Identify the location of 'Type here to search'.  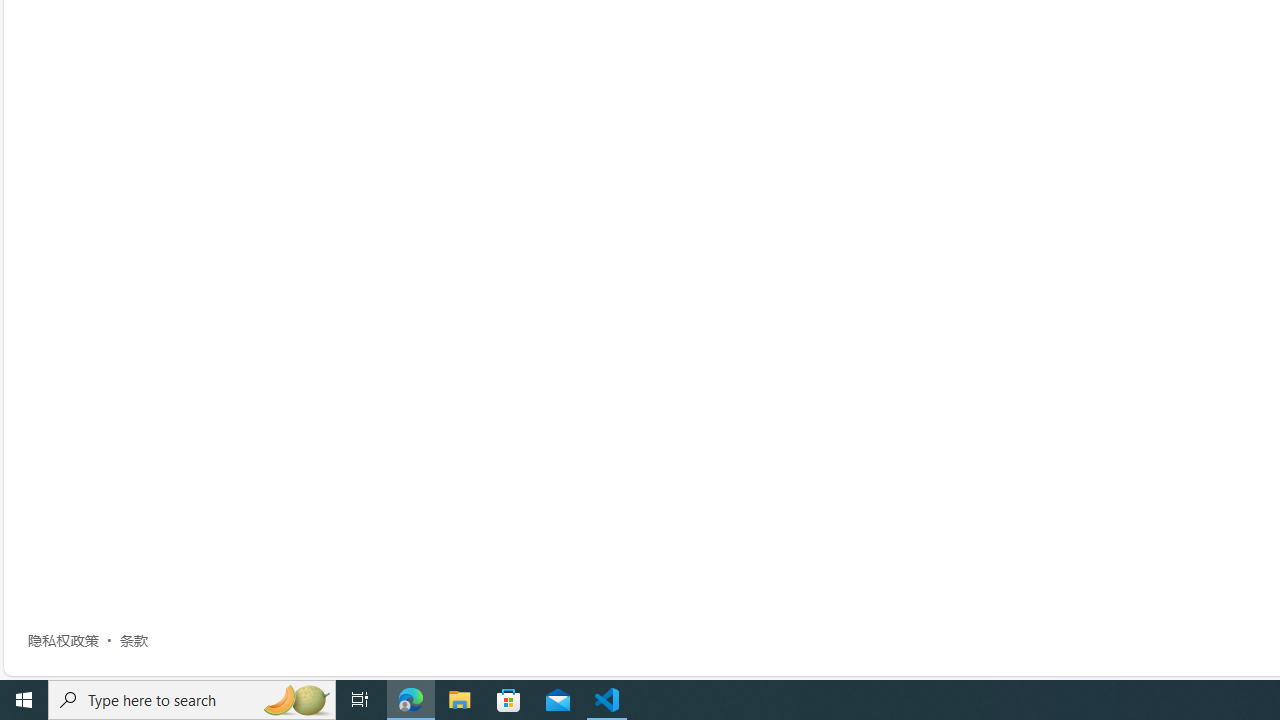
(192, 698).